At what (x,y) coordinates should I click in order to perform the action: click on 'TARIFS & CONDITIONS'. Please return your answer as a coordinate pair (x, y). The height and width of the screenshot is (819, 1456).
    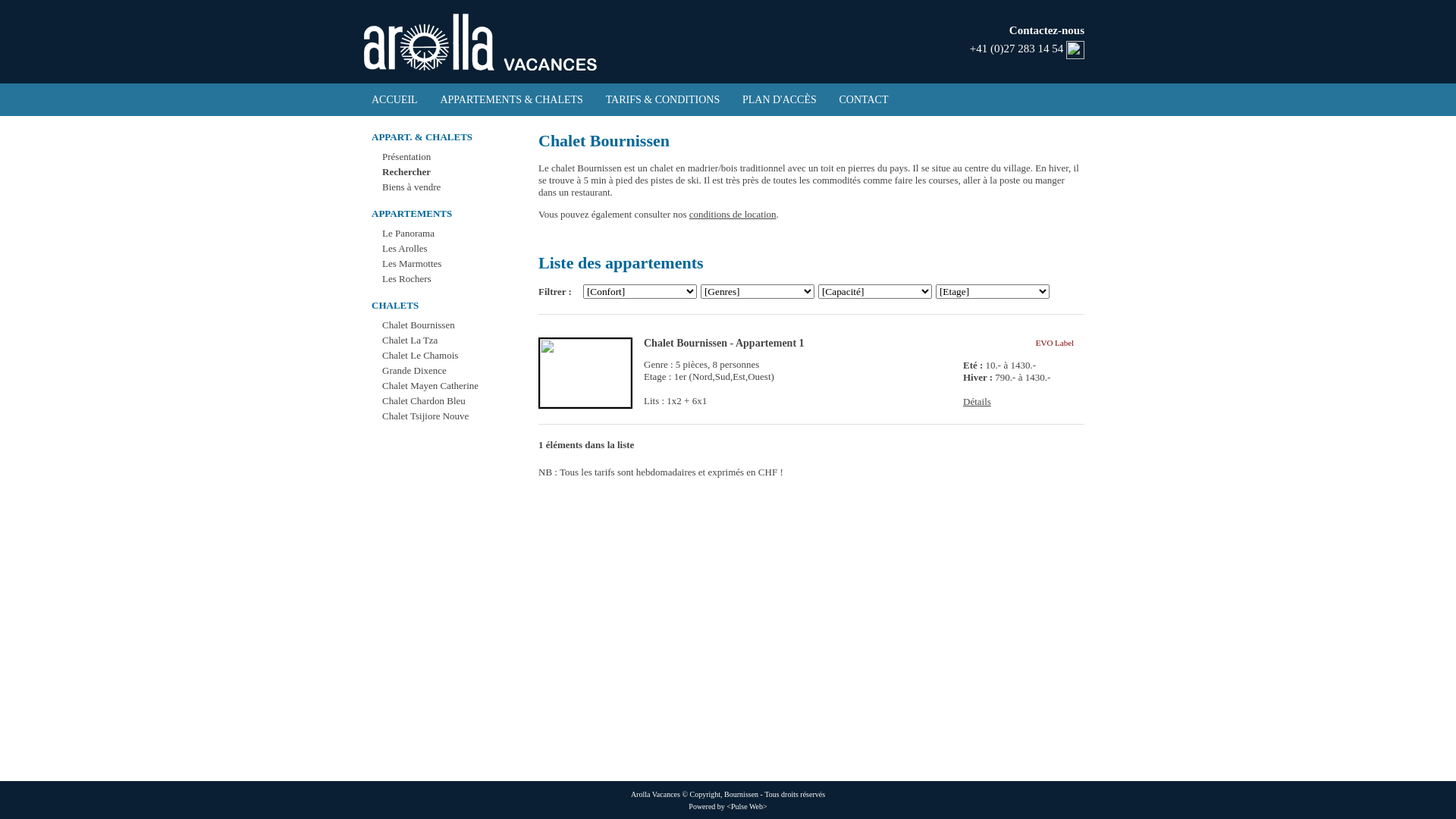
    Looking at the image, I should click on (663, 99).